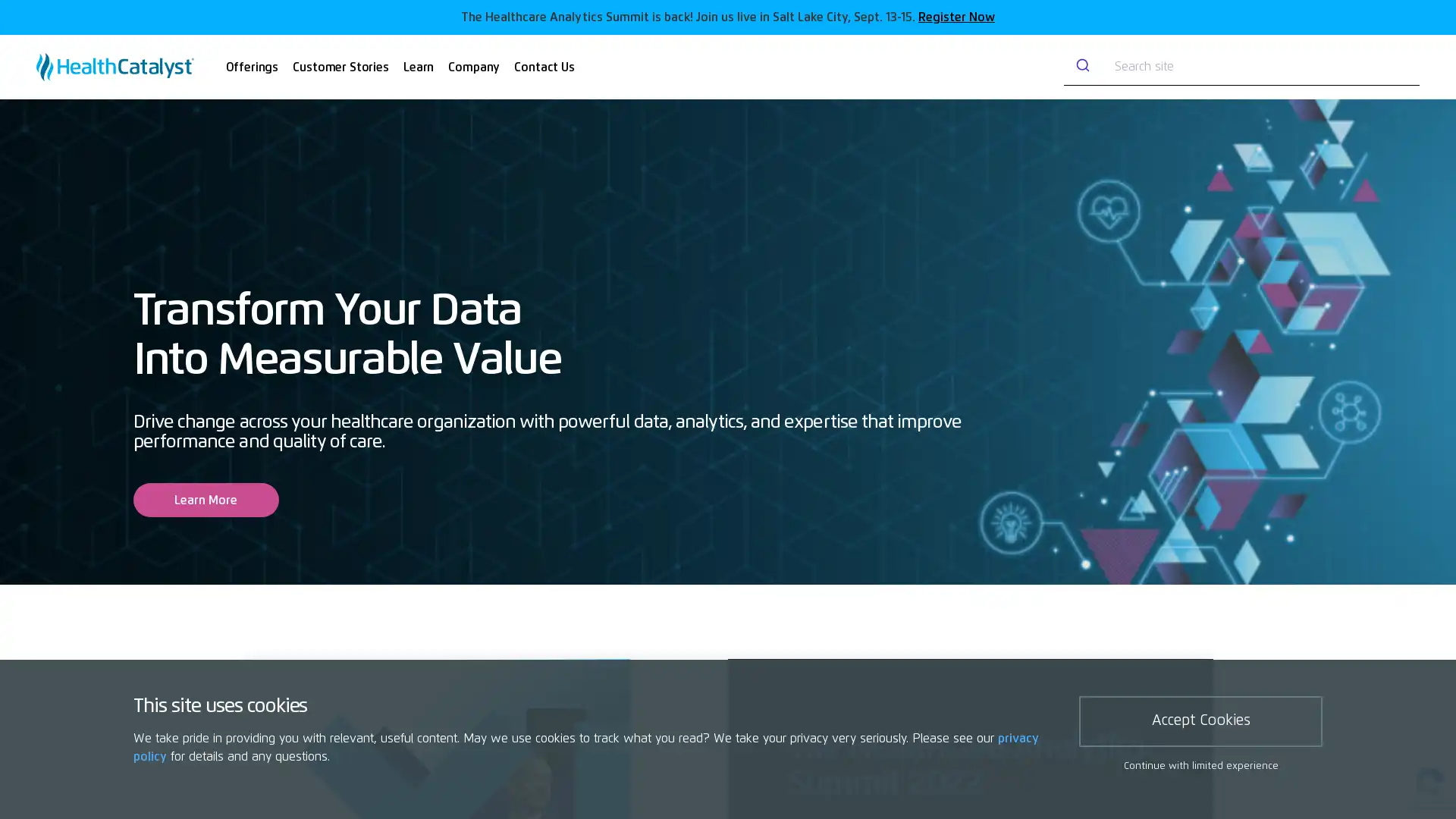 The height and width of the screenshot is (819, 1456). What do you see at coordinates (1200, 765) in the screenshot?
I see `Continue with limited experience` at bounding box center [1200, 765].